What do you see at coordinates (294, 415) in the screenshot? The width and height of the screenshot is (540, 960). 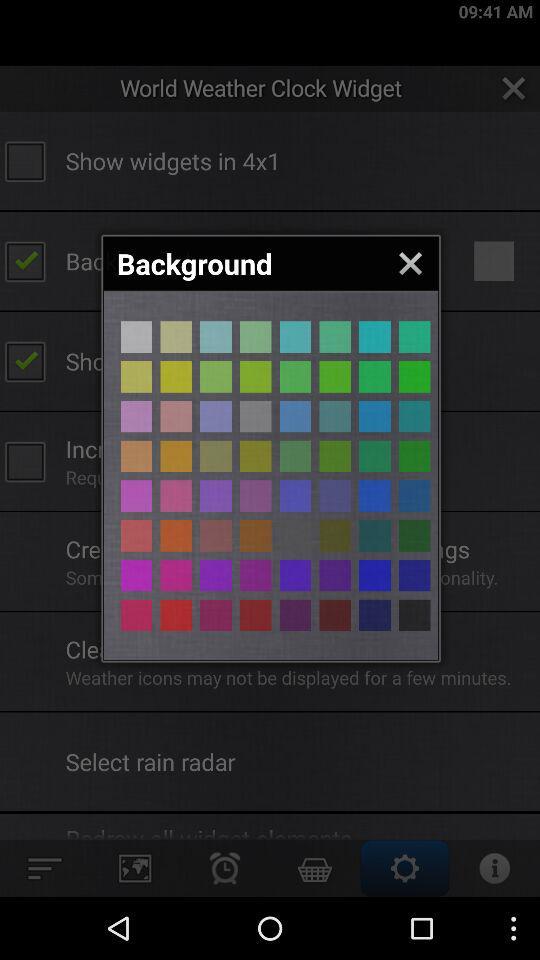 I see `background button` at bounding box center [294, 415].